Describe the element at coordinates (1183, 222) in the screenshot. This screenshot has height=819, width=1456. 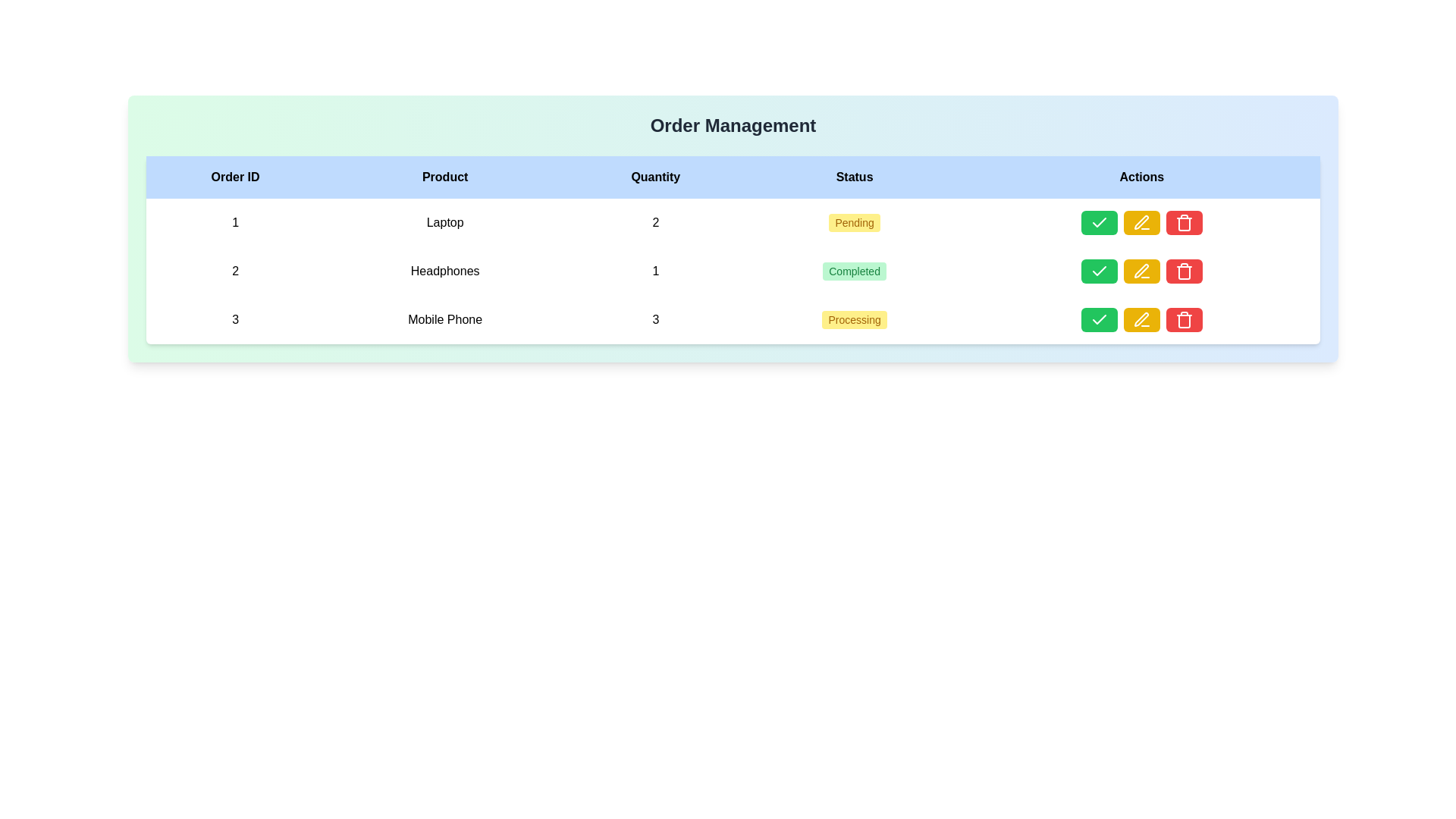
I see `the red button with a trash can icon to observe the visual feedback of the hover styling` at that location.